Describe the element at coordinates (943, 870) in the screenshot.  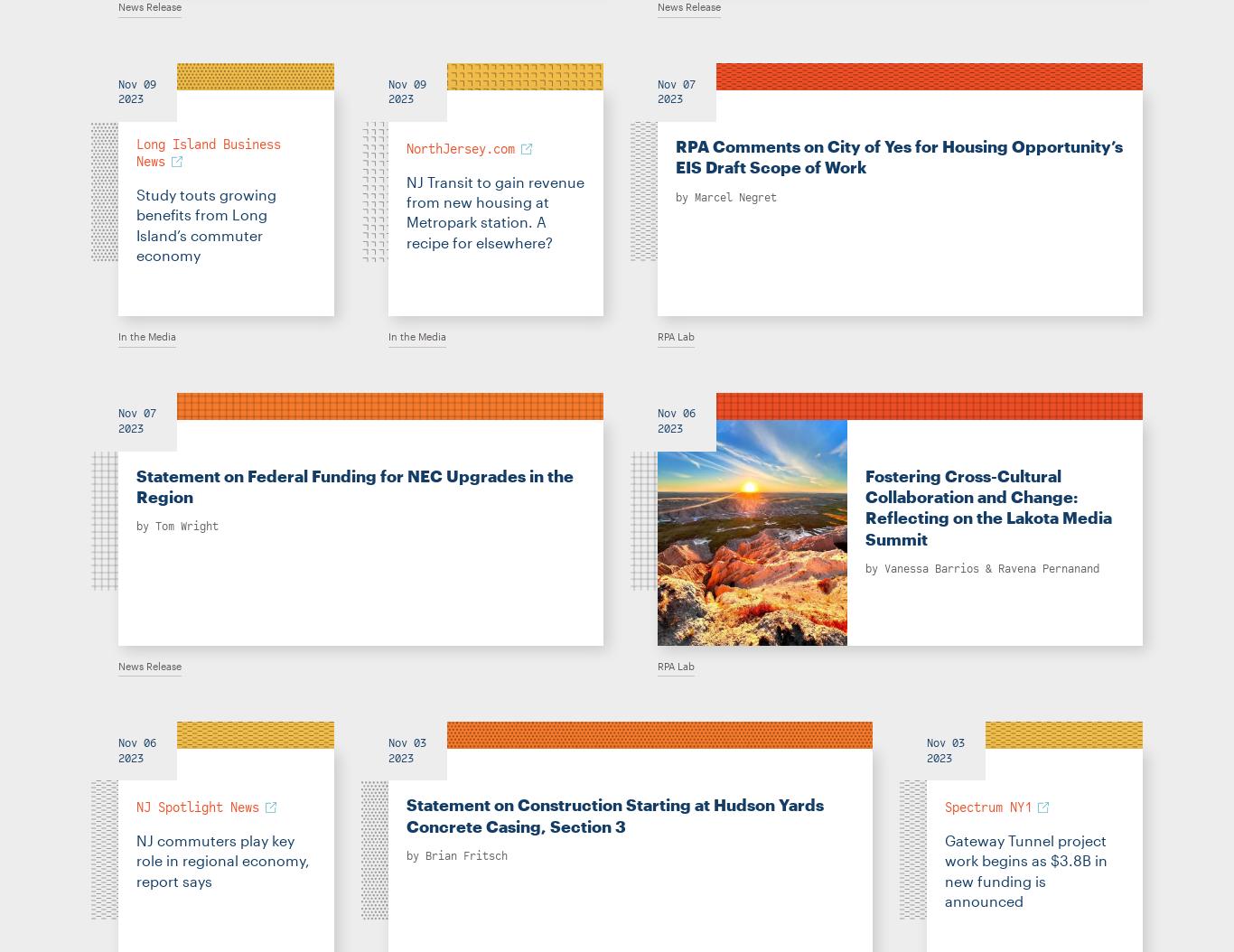
I see `'Gateway Tunnel project work begins as $3.8B in new funding is announced'` at that location.